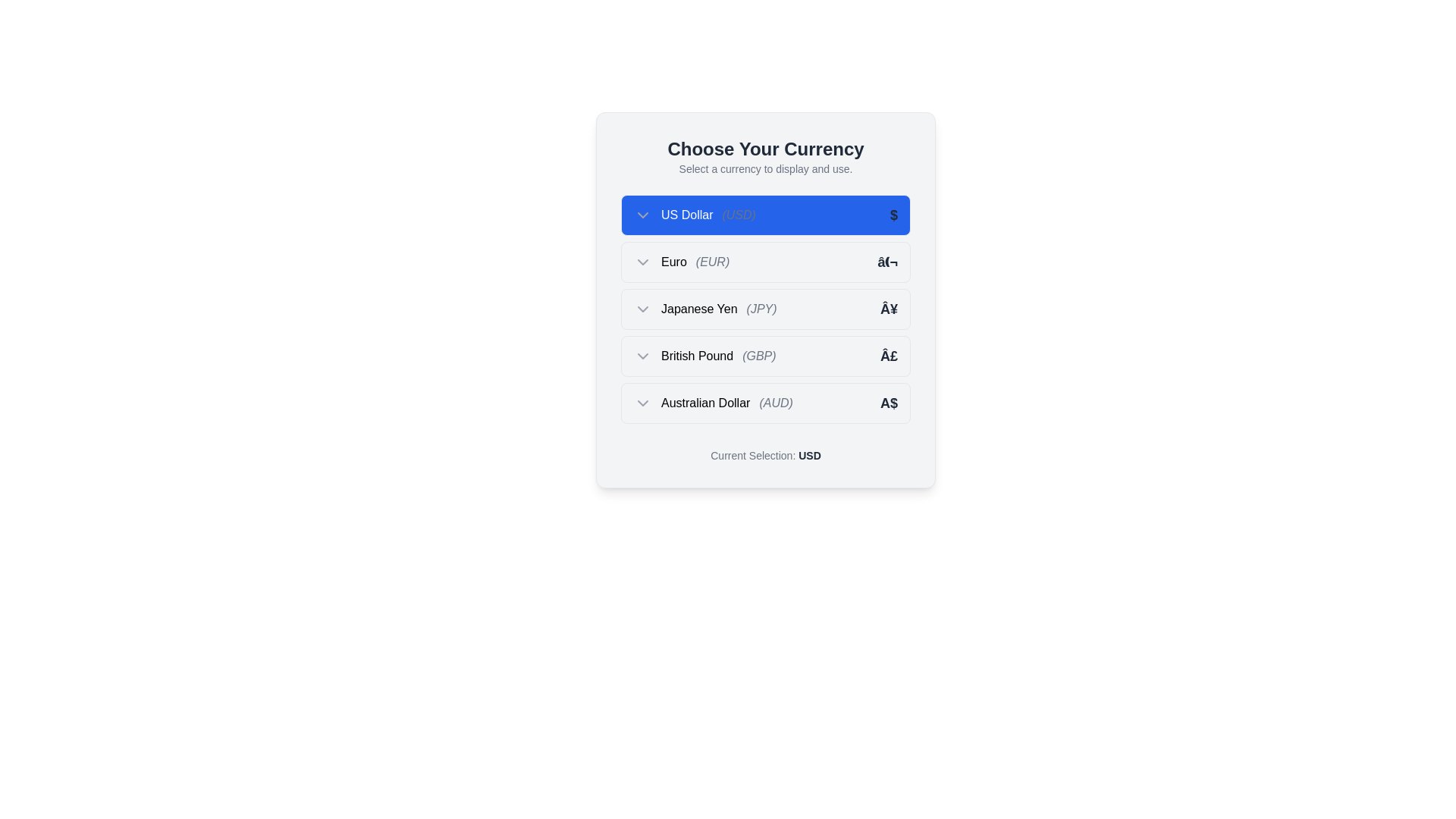  Describe the element at coordinates (643, 403) in the screenshot. I see `the downward-facing chevron icon next to the label 'Australian Dollar (AUD)'` at that location.